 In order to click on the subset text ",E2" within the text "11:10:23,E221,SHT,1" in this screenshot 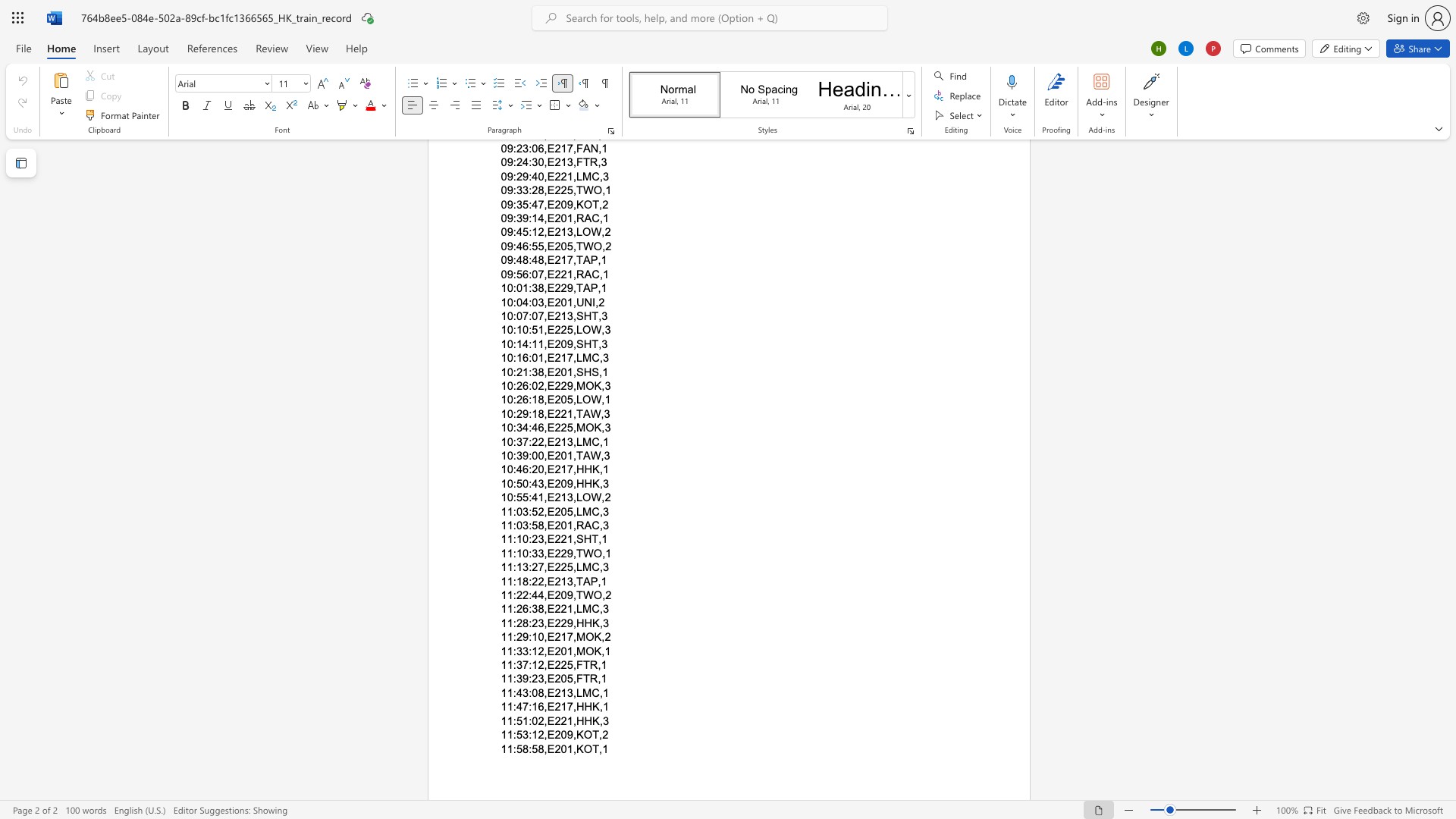, I will do `click(544, 538)`.